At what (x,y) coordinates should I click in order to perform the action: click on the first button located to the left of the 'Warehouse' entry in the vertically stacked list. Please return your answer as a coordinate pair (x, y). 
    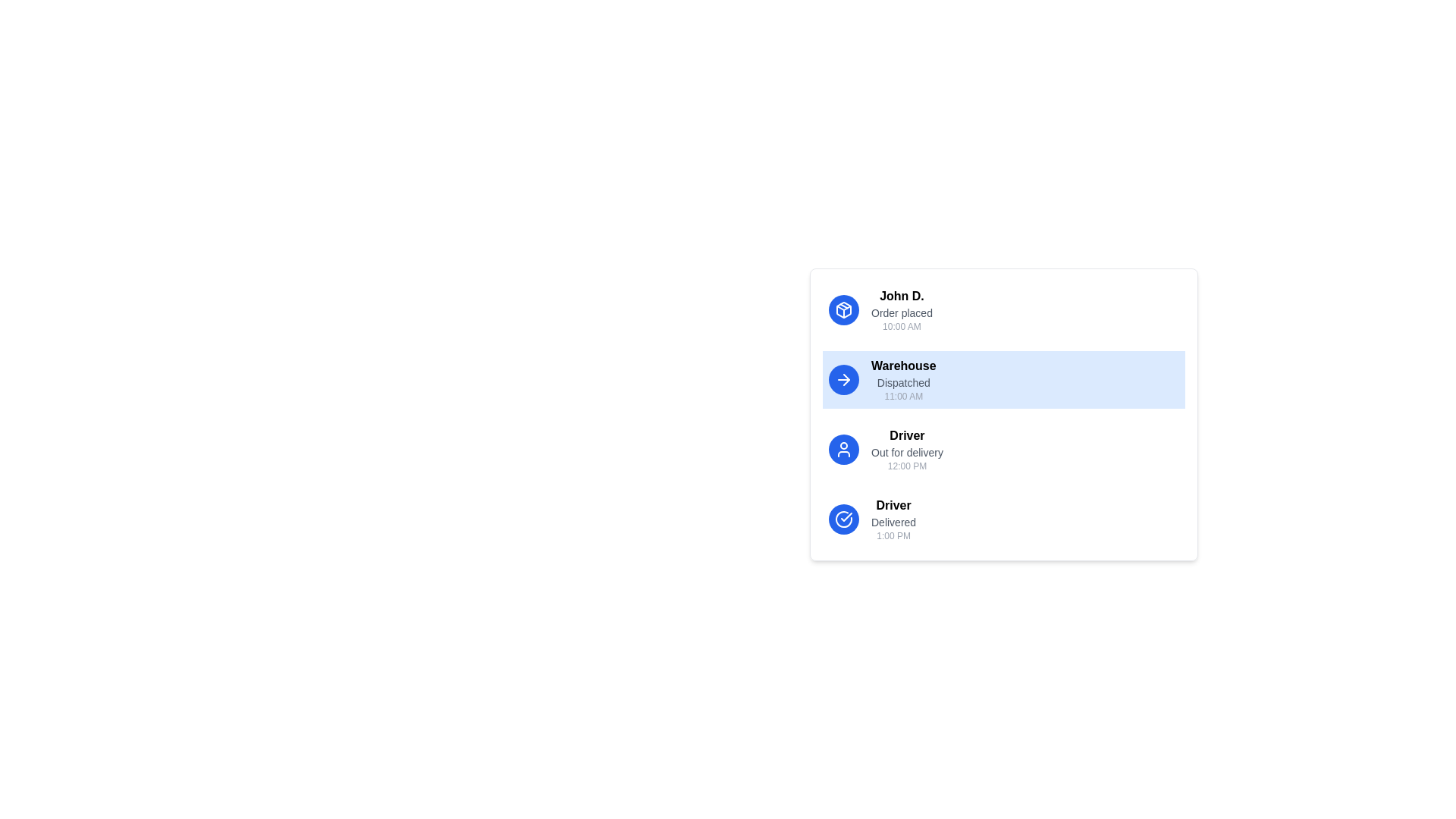
    Looking at the image, I should click on (843, 379).